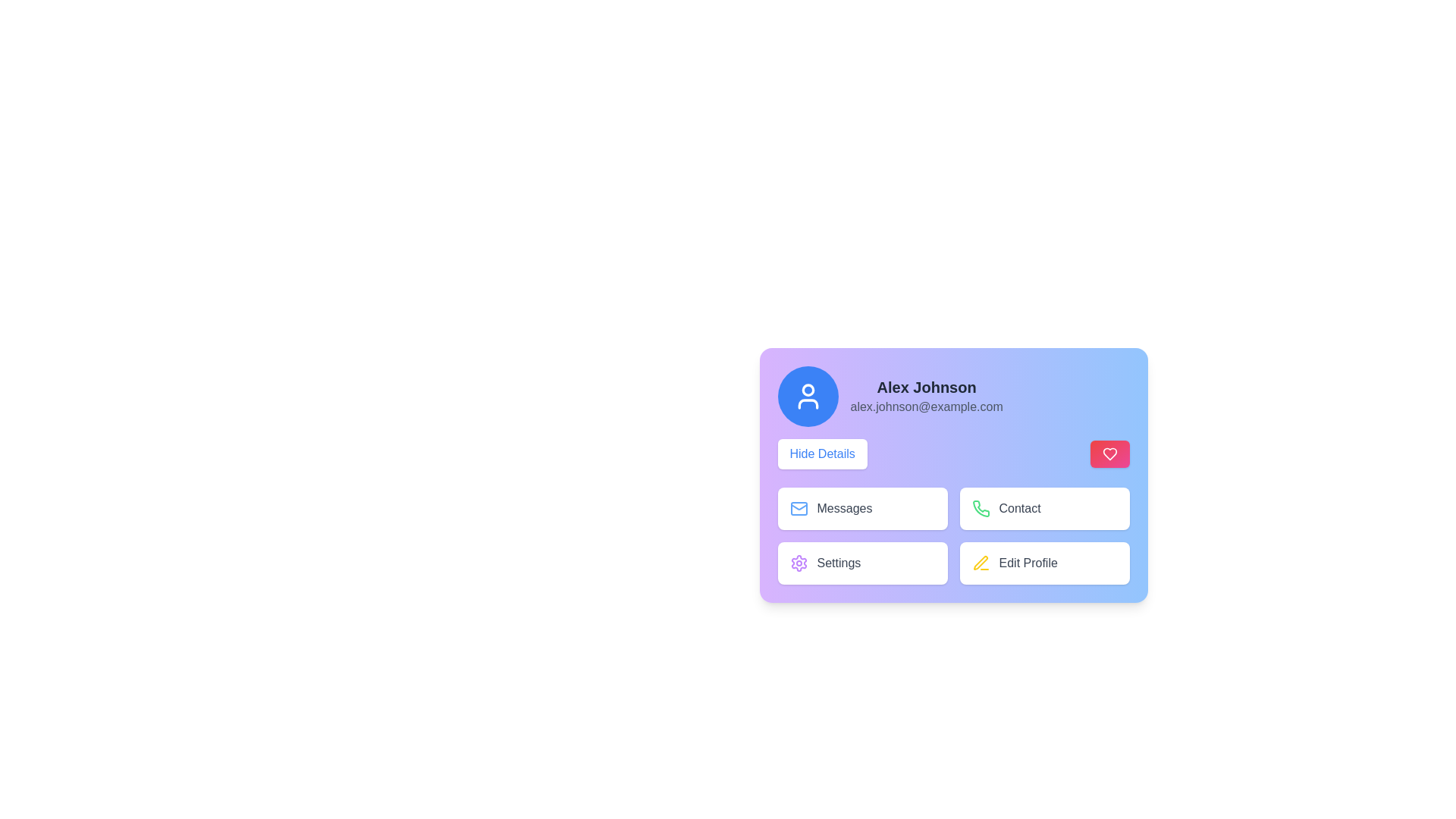 This screenshot has height=819, width=1456. Describe the element at coordinates (926, 386) in the screenshot. I see `the text label displaying the user's name in the upper portion of the user card, which serves as an identifier for the user` at that location.